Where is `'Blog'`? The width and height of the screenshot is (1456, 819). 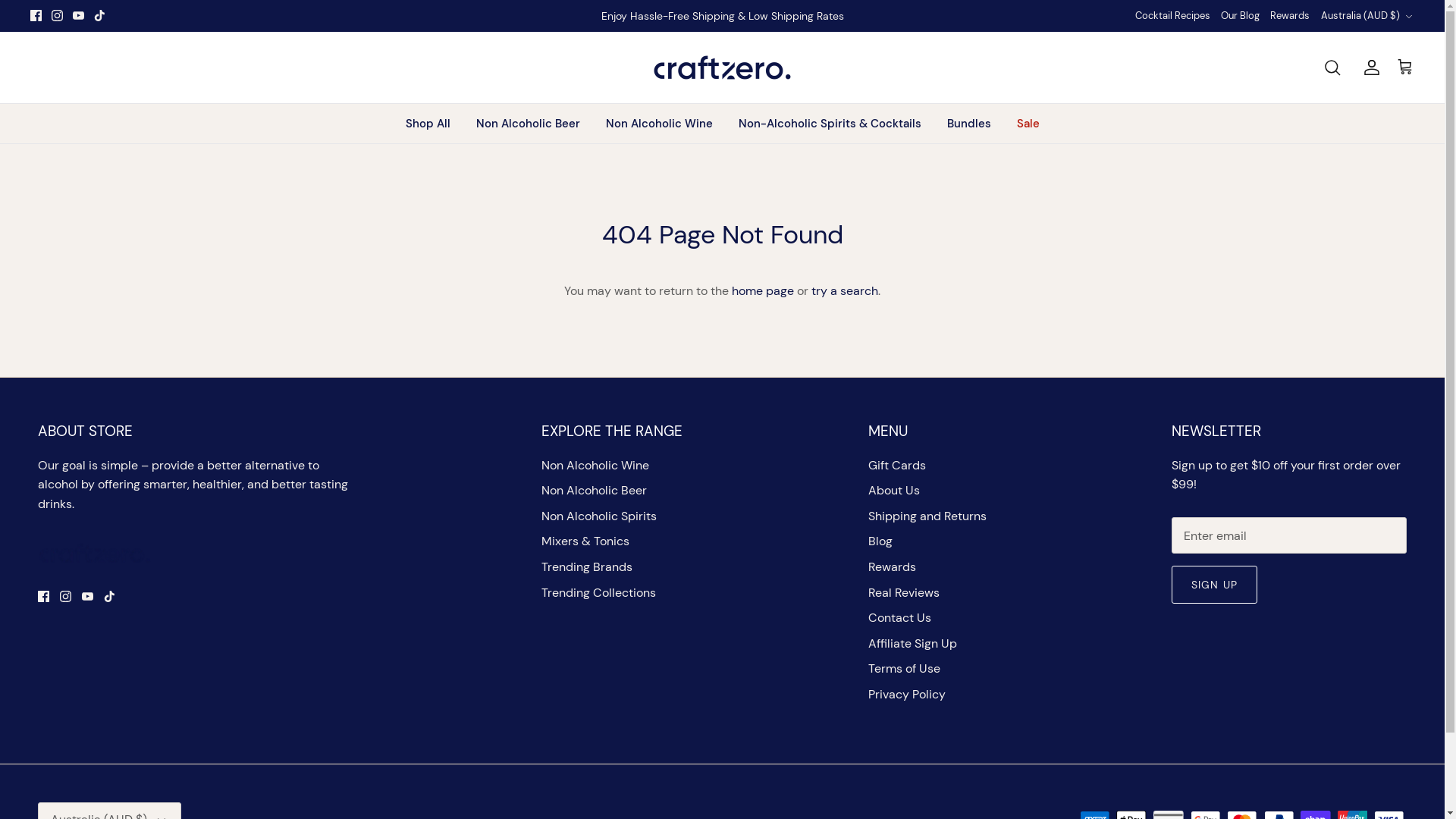
'Blog' is located at coordinates (880, 540).